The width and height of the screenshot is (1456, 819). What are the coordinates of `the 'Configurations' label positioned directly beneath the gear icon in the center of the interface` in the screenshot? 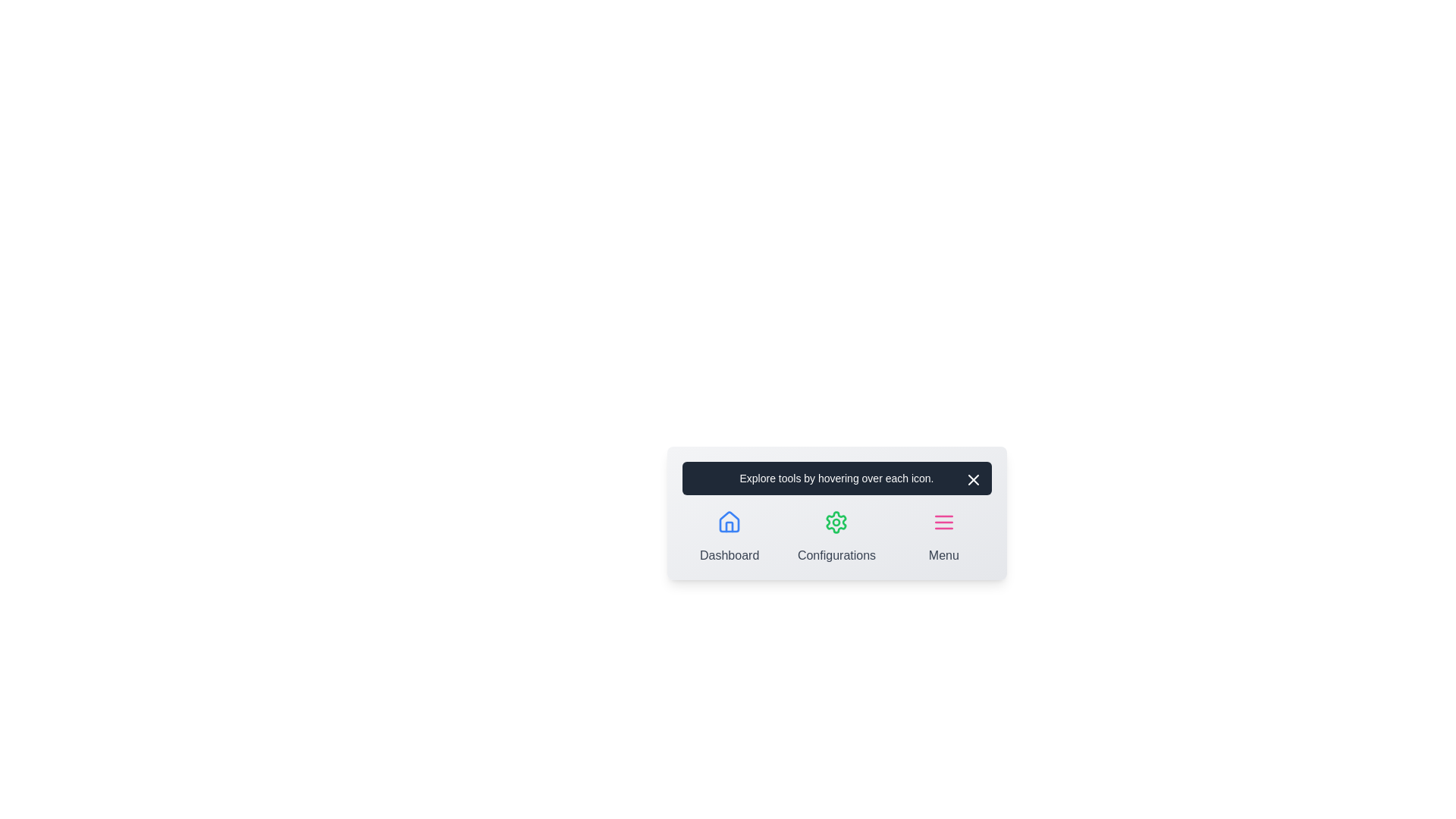 It's located at (836, 555).